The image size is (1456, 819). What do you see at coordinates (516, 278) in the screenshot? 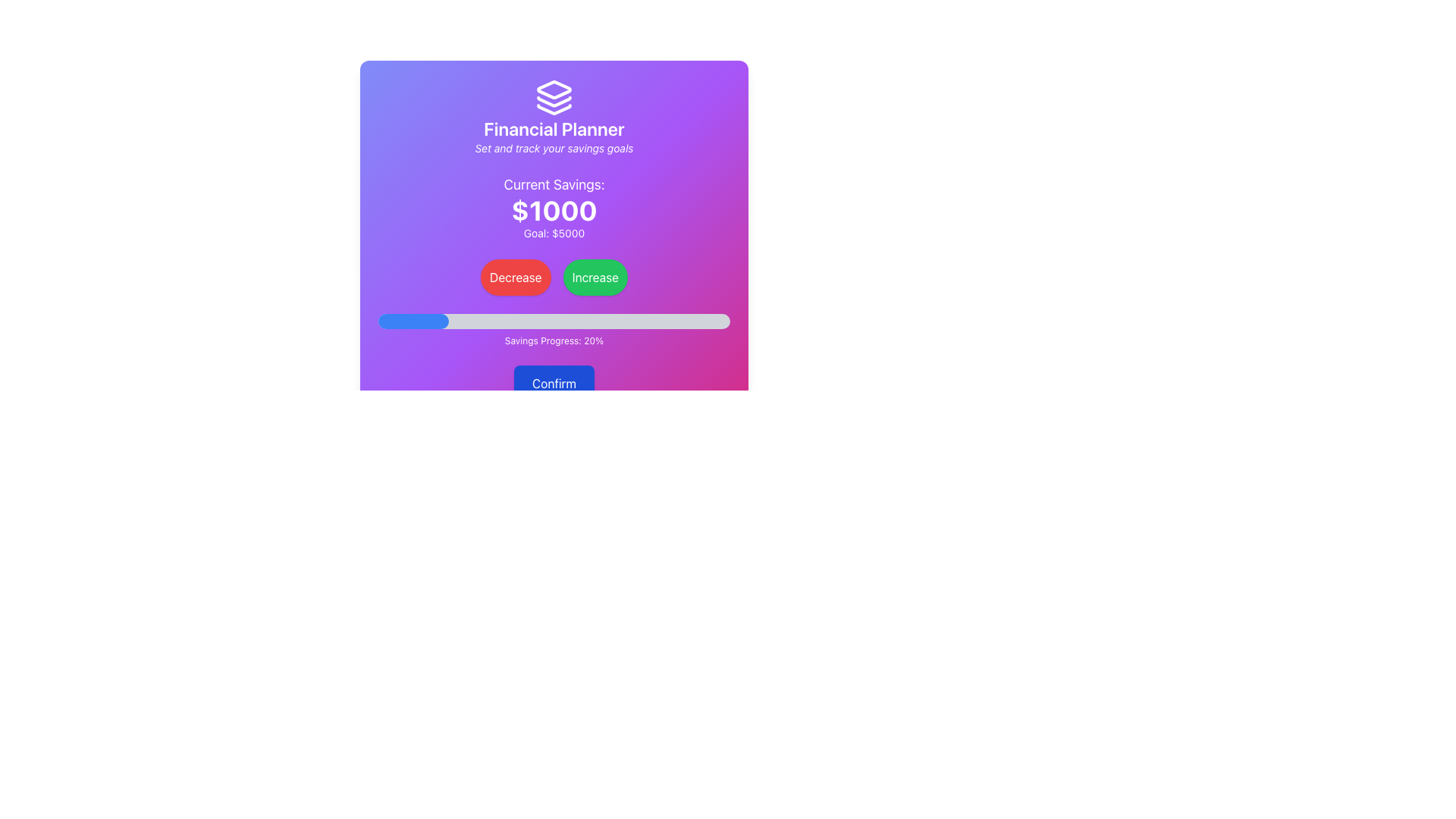
I see `the decrease button located to the left of the green 'Increase' button` at bounding box center [516, 278].